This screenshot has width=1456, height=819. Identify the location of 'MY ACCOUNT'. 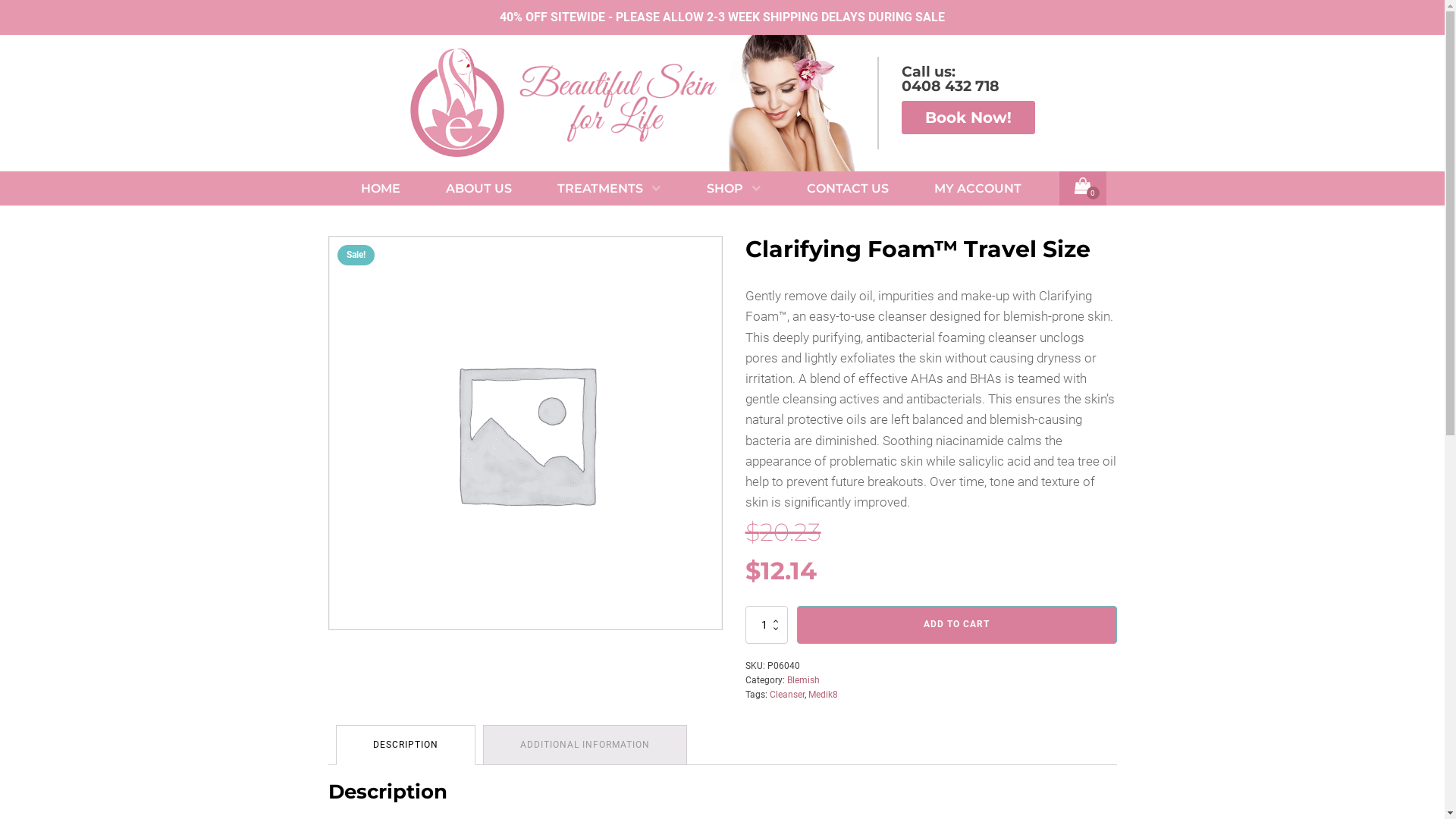
(977, 188).